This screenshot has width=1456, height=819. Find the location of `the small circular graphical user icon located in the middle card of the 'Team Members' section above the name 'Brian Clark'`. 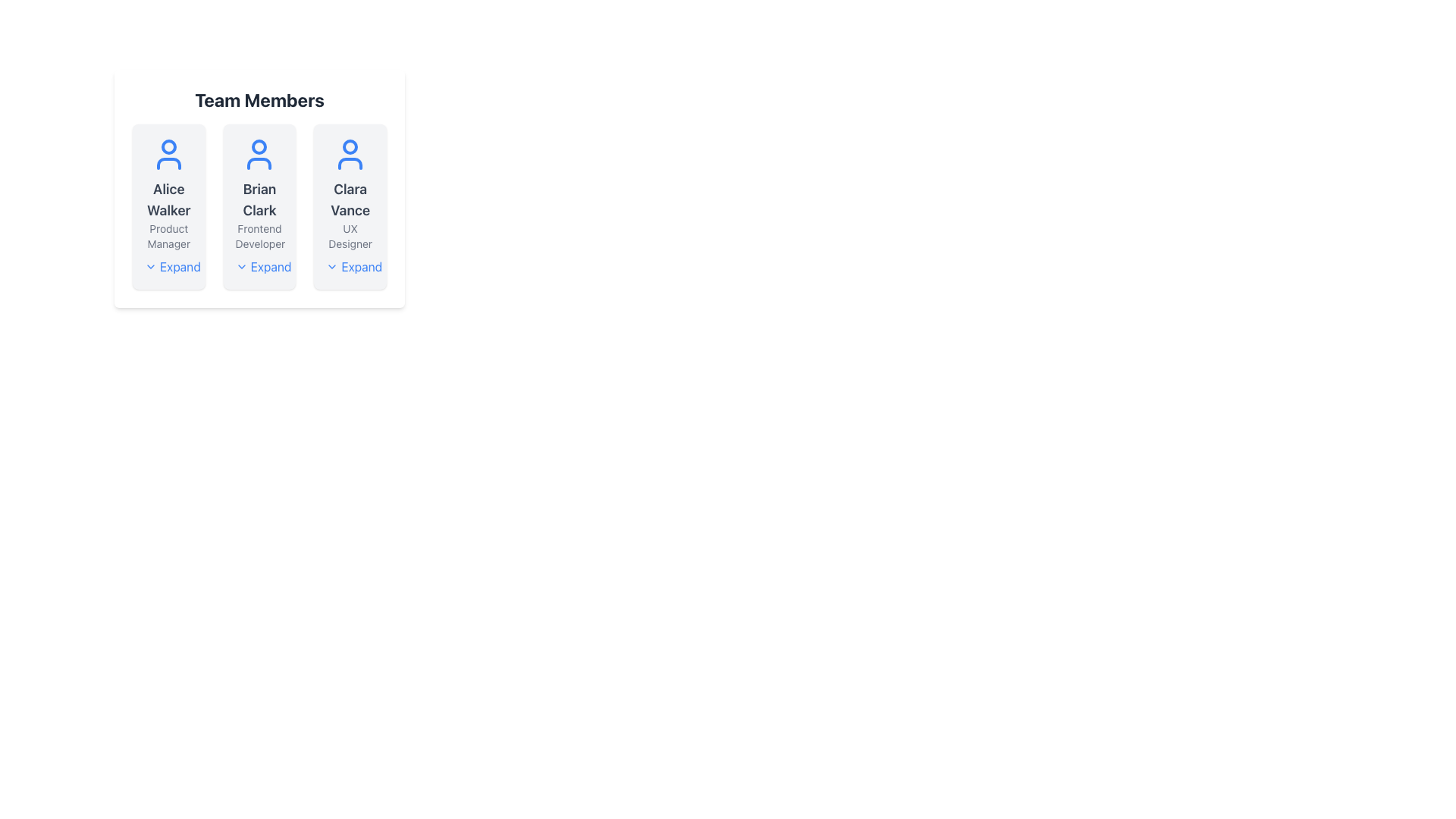

the small circular graphical user icon located in the middle card of the 'Team Members' section above the name 'Brian Clark' is located at coordinates (259, 146).